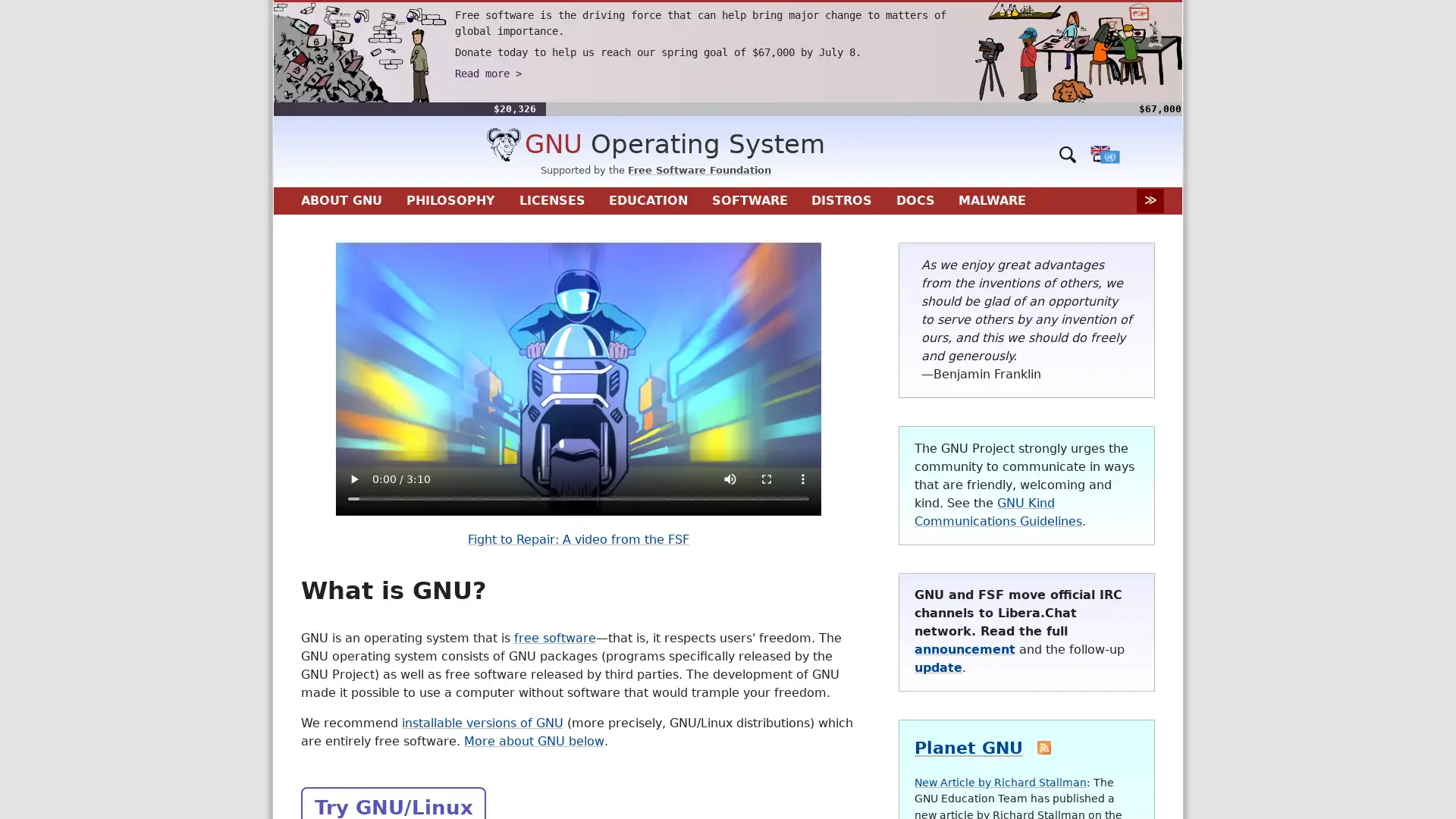 The image size is (1456, 819). I want to click on enter full screen, so click(765, 479).